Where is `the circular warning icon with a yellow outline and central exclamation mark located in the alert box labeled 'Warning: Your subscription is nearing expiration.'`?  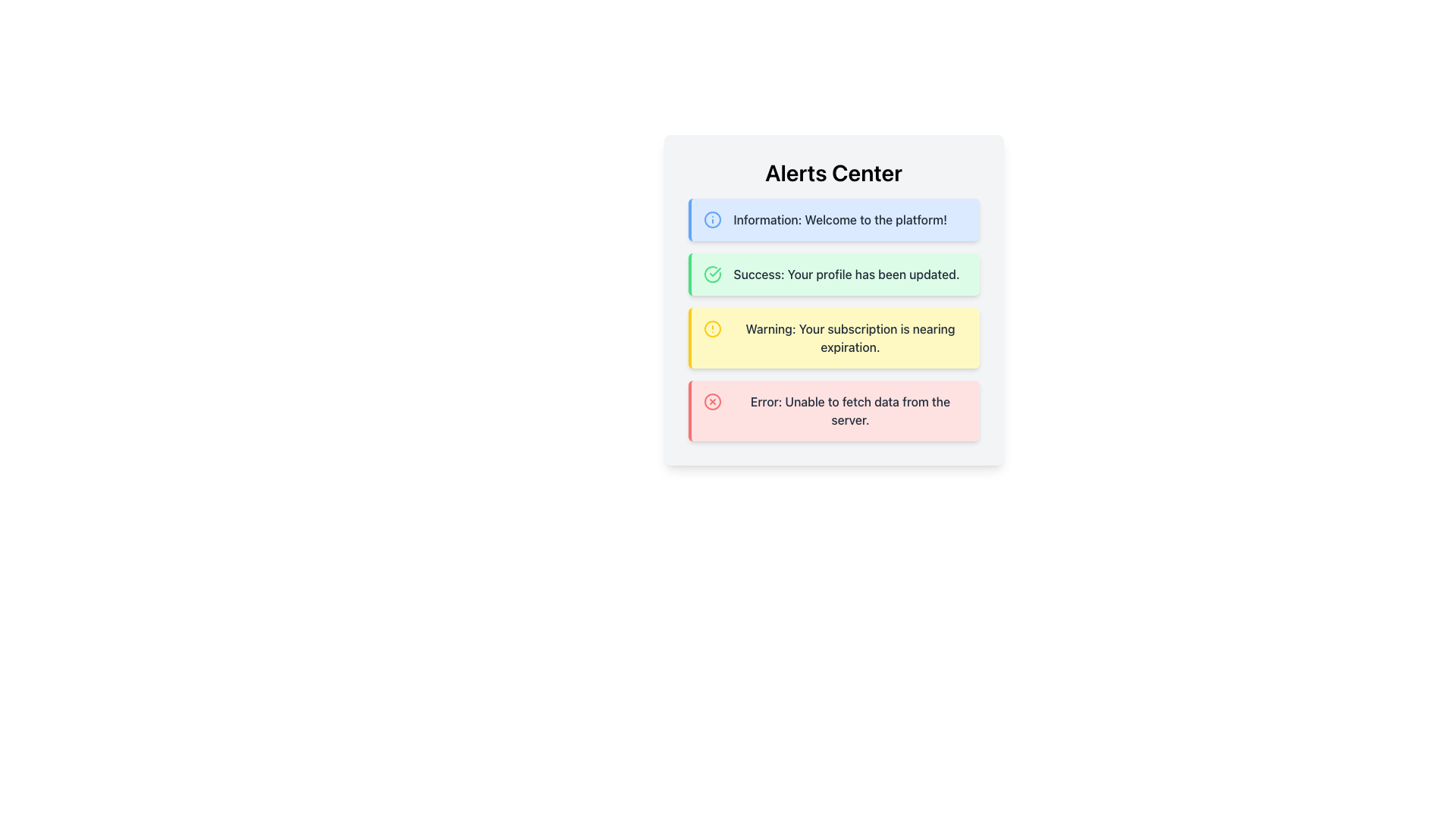 the circular warning icon with a yellow outline and central exclamation mark located in the alert box labeled 'Warning: Your subscription is nearing expiration.' is located at coordinates (717, 328).